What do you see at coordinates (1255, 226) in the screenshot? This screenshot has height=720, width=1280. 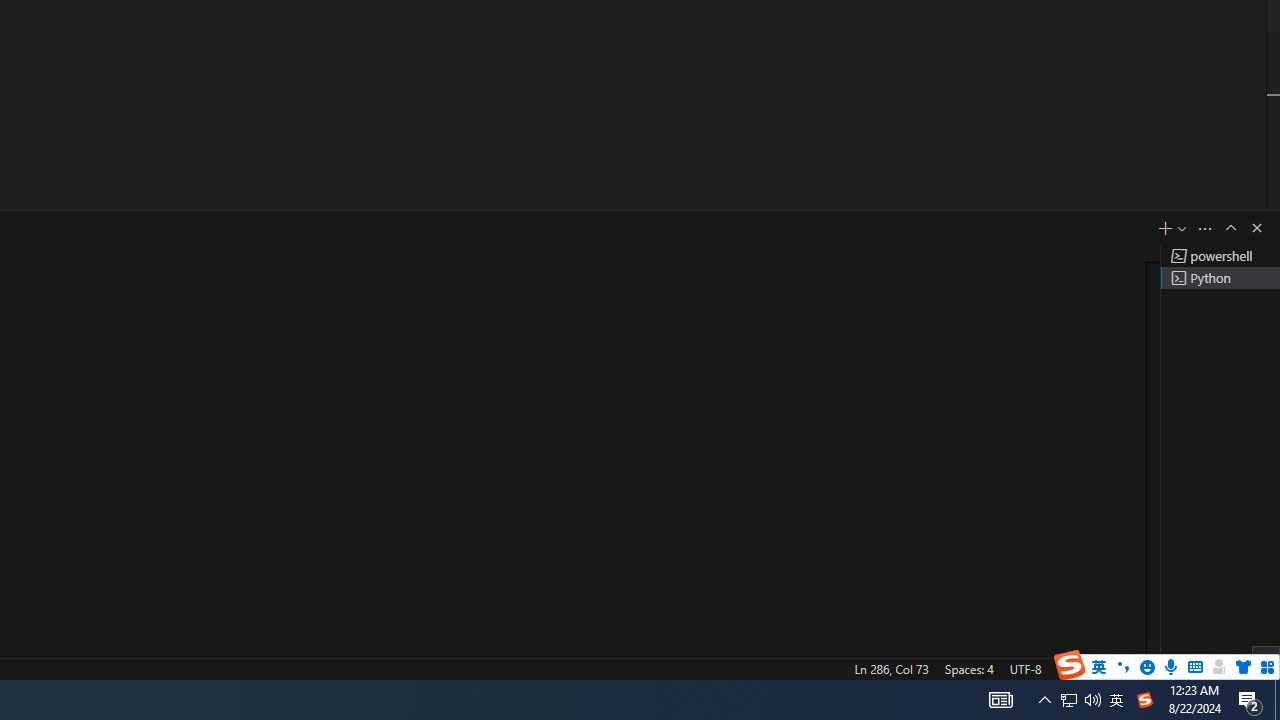 I see `'Hide Panel'` at bounding box center [1255, 226].